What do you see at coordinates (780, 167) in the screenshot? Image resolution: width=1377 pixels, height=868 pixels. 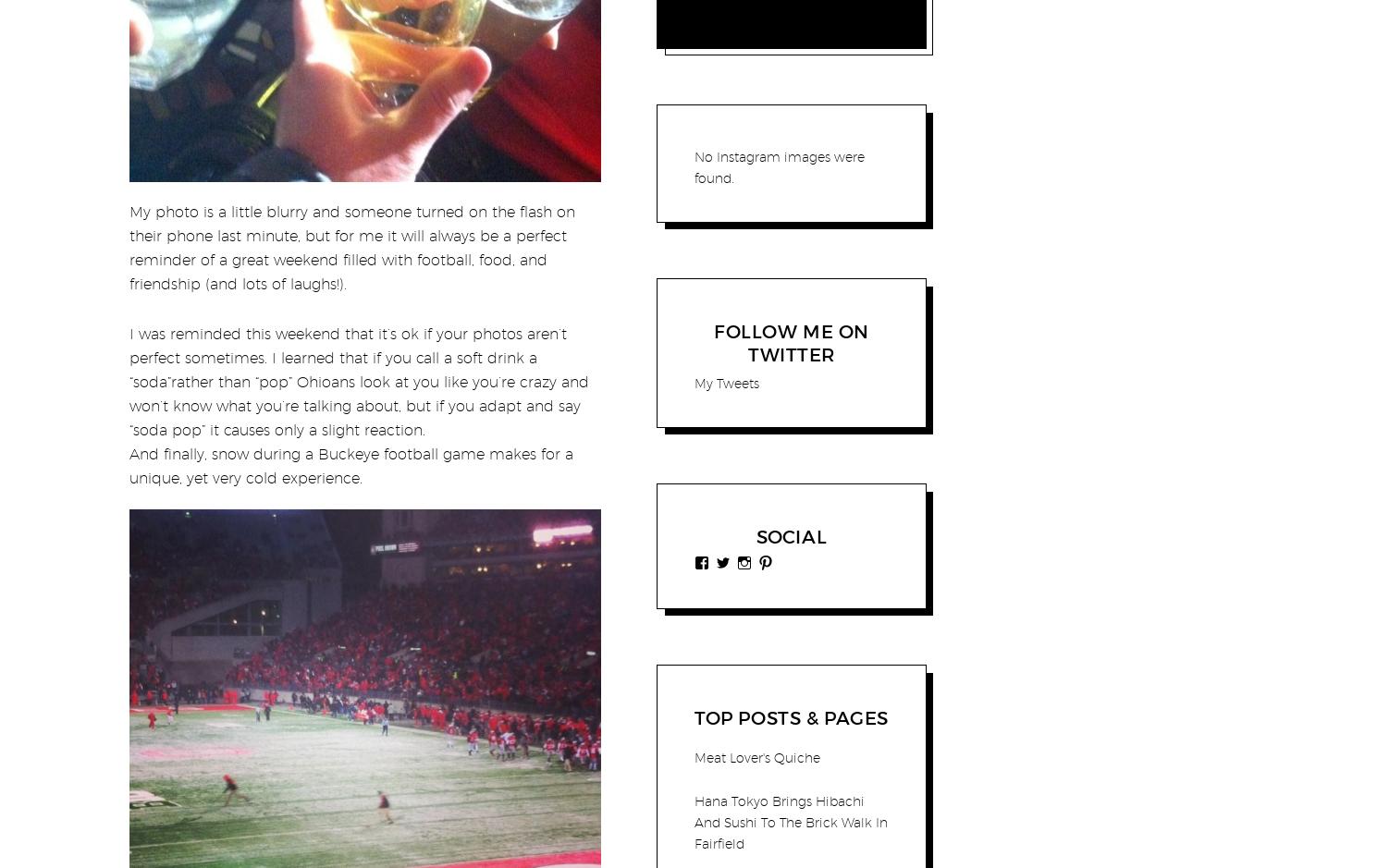 I see `'No Instagram images were found.'` at bounding box center [780, 167].